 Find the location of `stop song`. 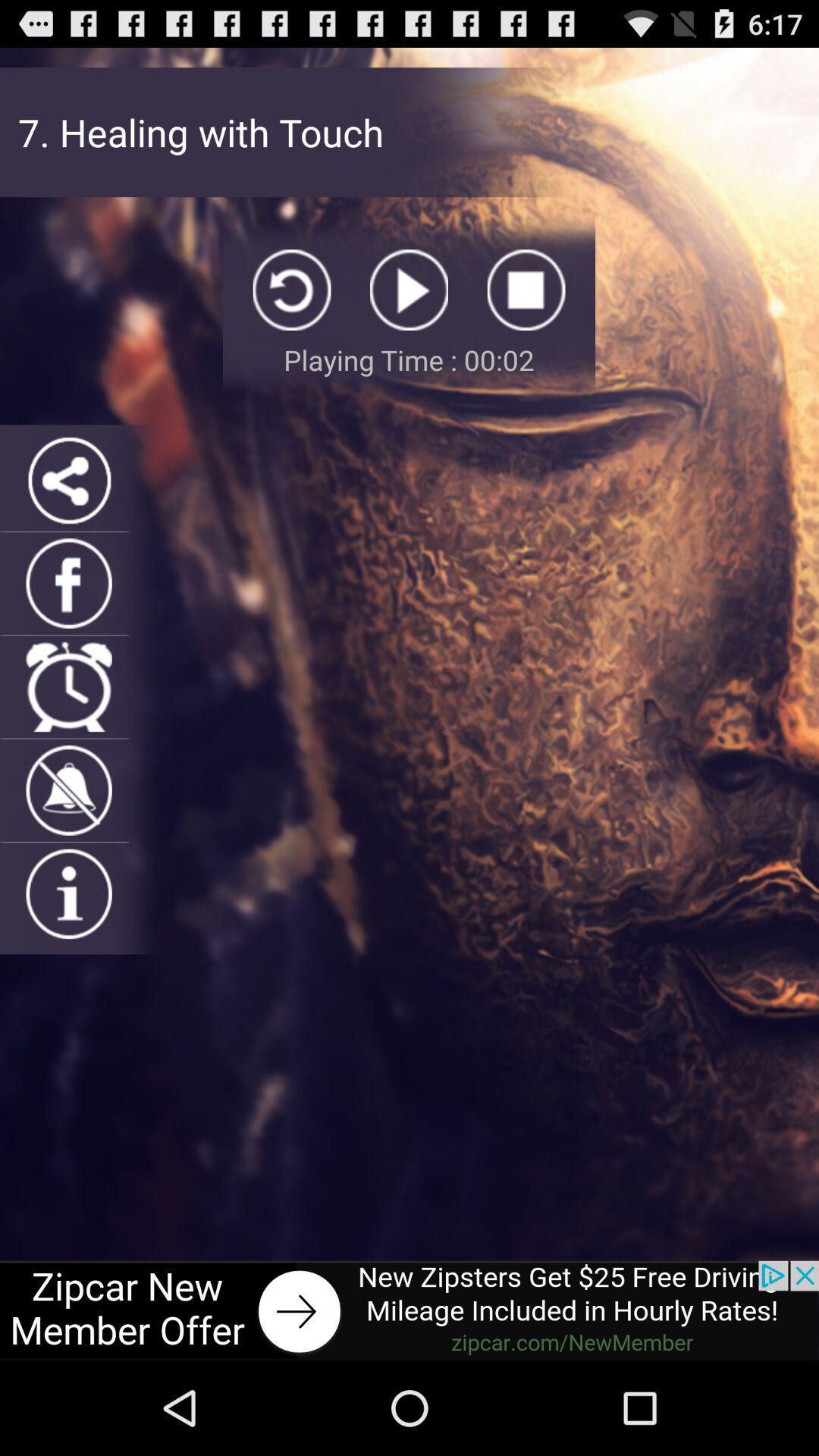

stop song is located at coordinates (526, 290).